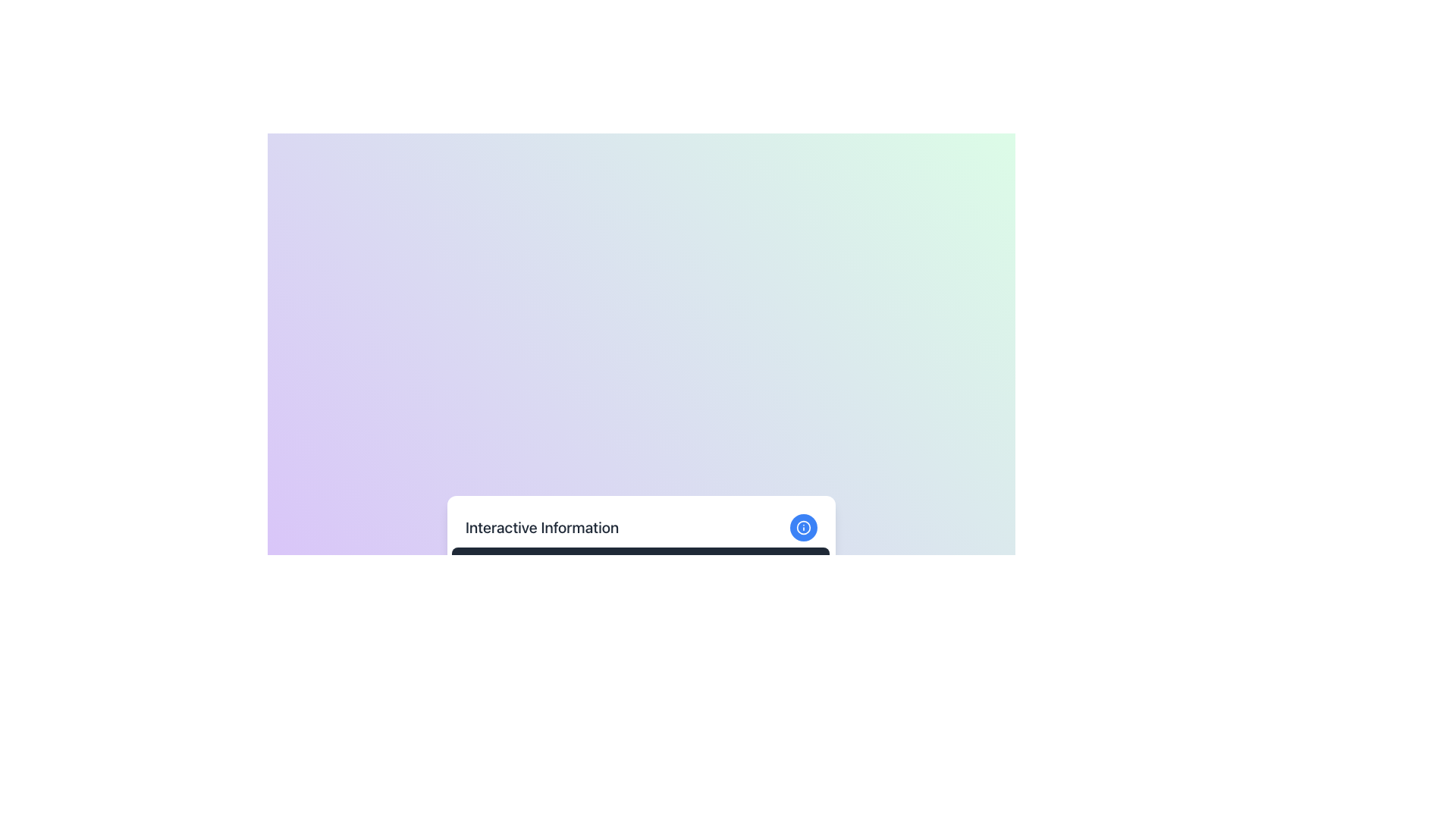 The width and height of the screenshot is (1456, 819). I want to click on the circular Interactive Icon with a blue background and white border, featuring a centered information symbol, so click(803, 526).